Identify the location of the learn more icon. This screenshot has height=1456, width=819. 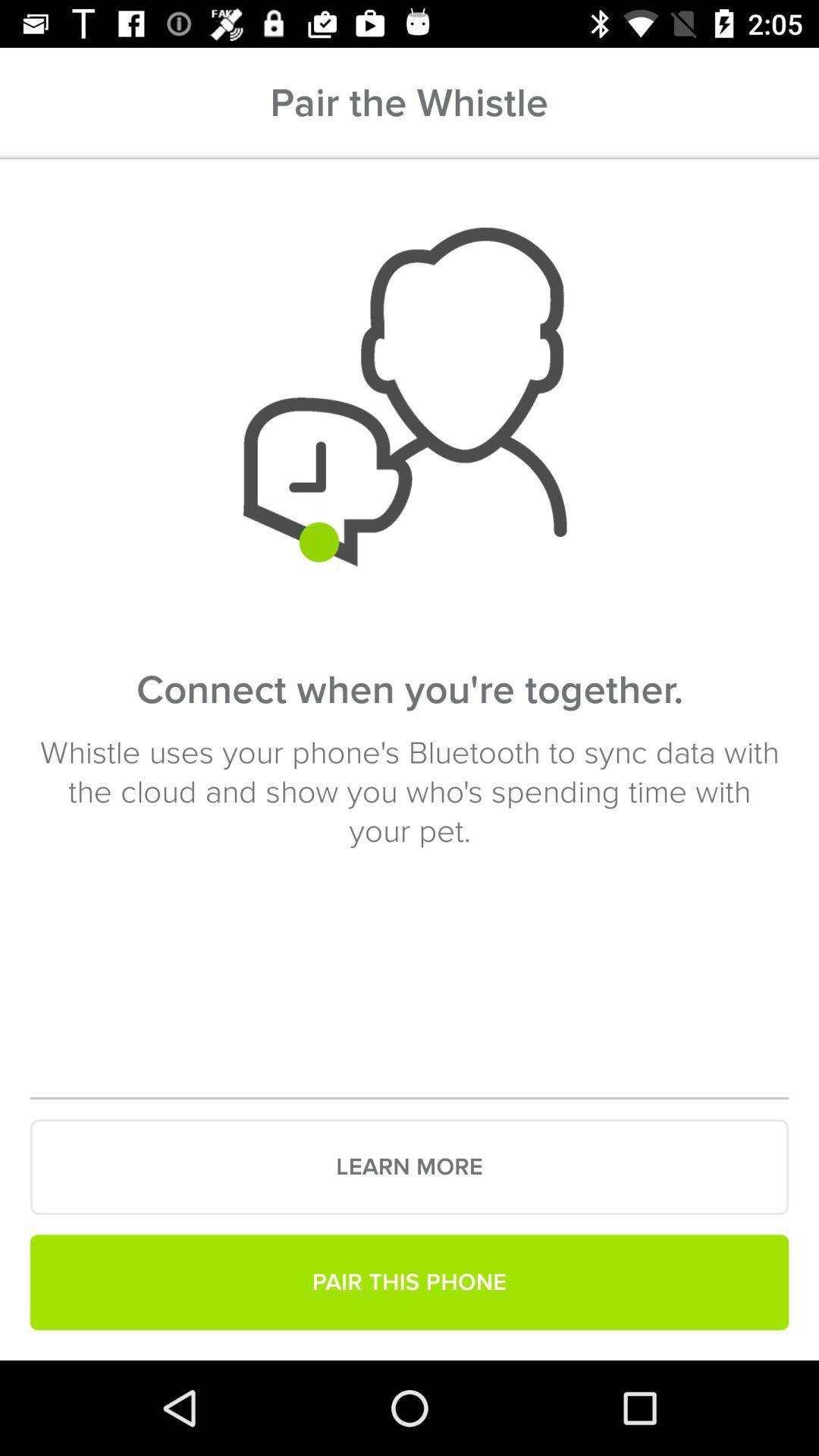
(409, 1166).